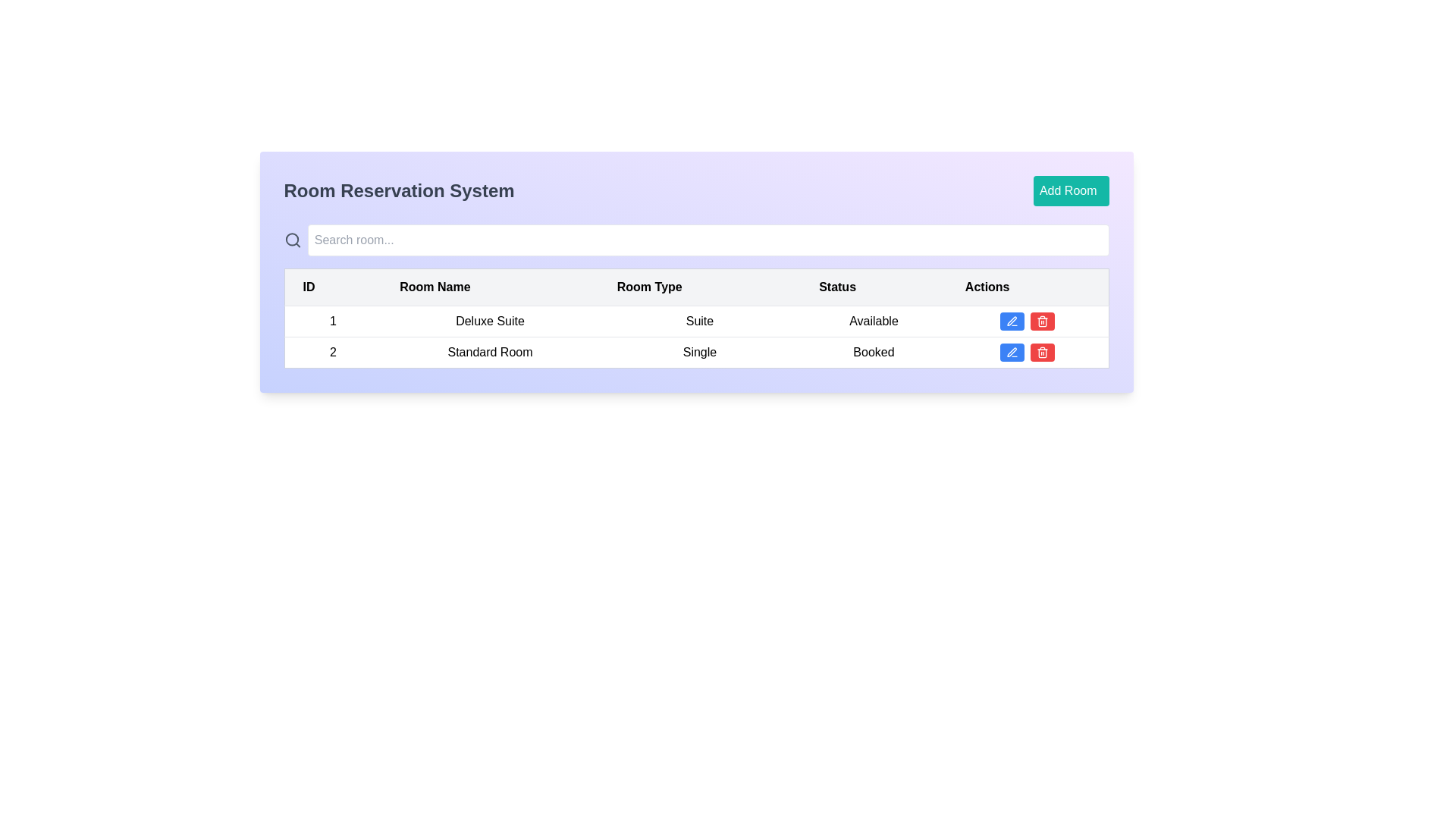 This screenshot has height=819, width=1456. Describe the element at coordinates (874, 321) in the screenshot. I see `the Text label displaying the availability status of the room as 'Available,' located in the fourth column under the 'Status' header in the first row of the table` at that location.